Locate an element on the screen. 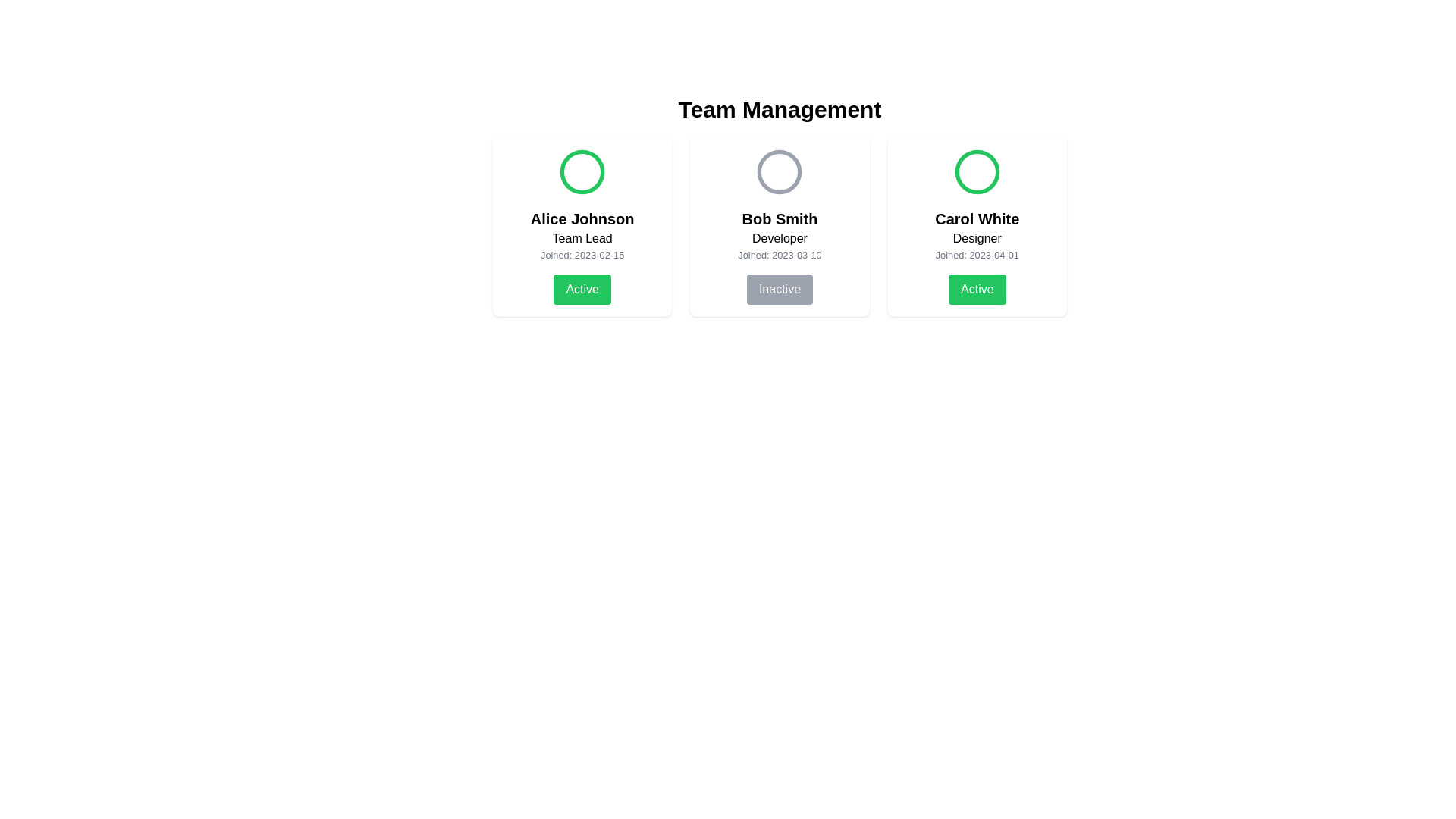 The width and height of the screenshot is (1456, 819). the informational text label that displays the date Alice Johnson joined, located below the 'Team Lead' role description and above the 'Active' status button is located at coordinates (582, 254).